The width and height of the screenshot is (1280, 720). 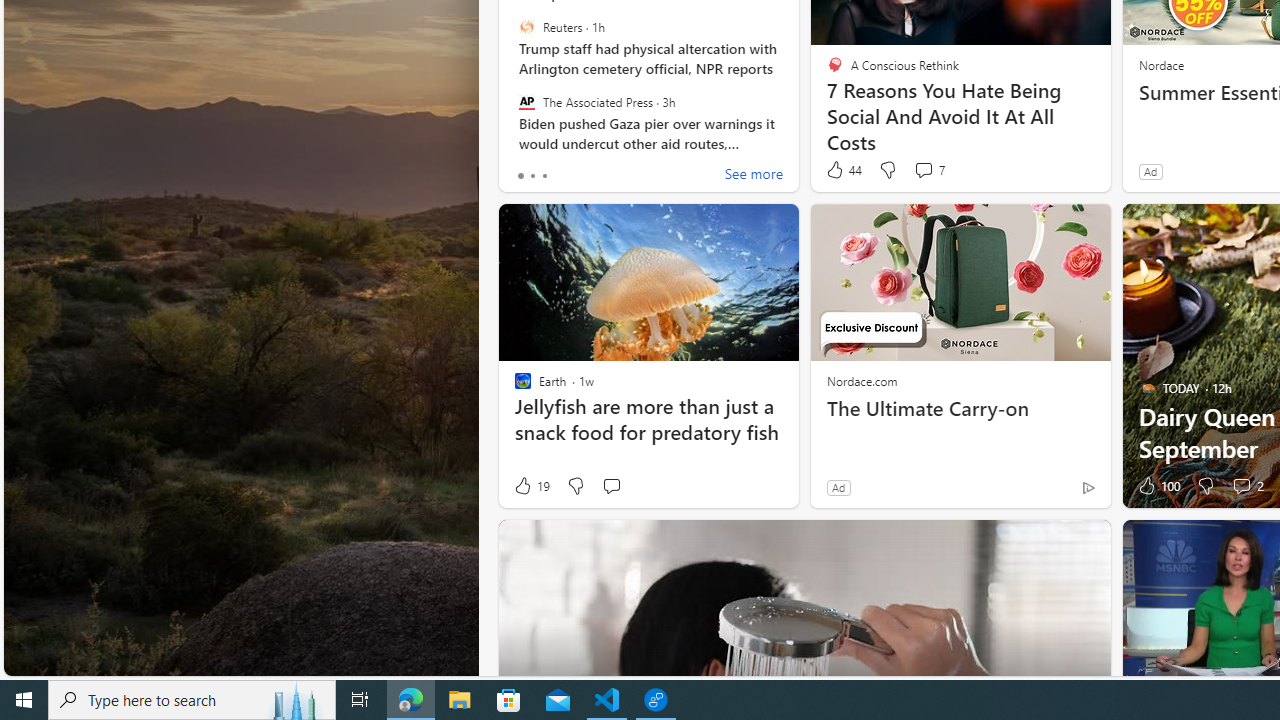 I want to click on 'View comments 2 Comment', so click(x=1240, y=486).